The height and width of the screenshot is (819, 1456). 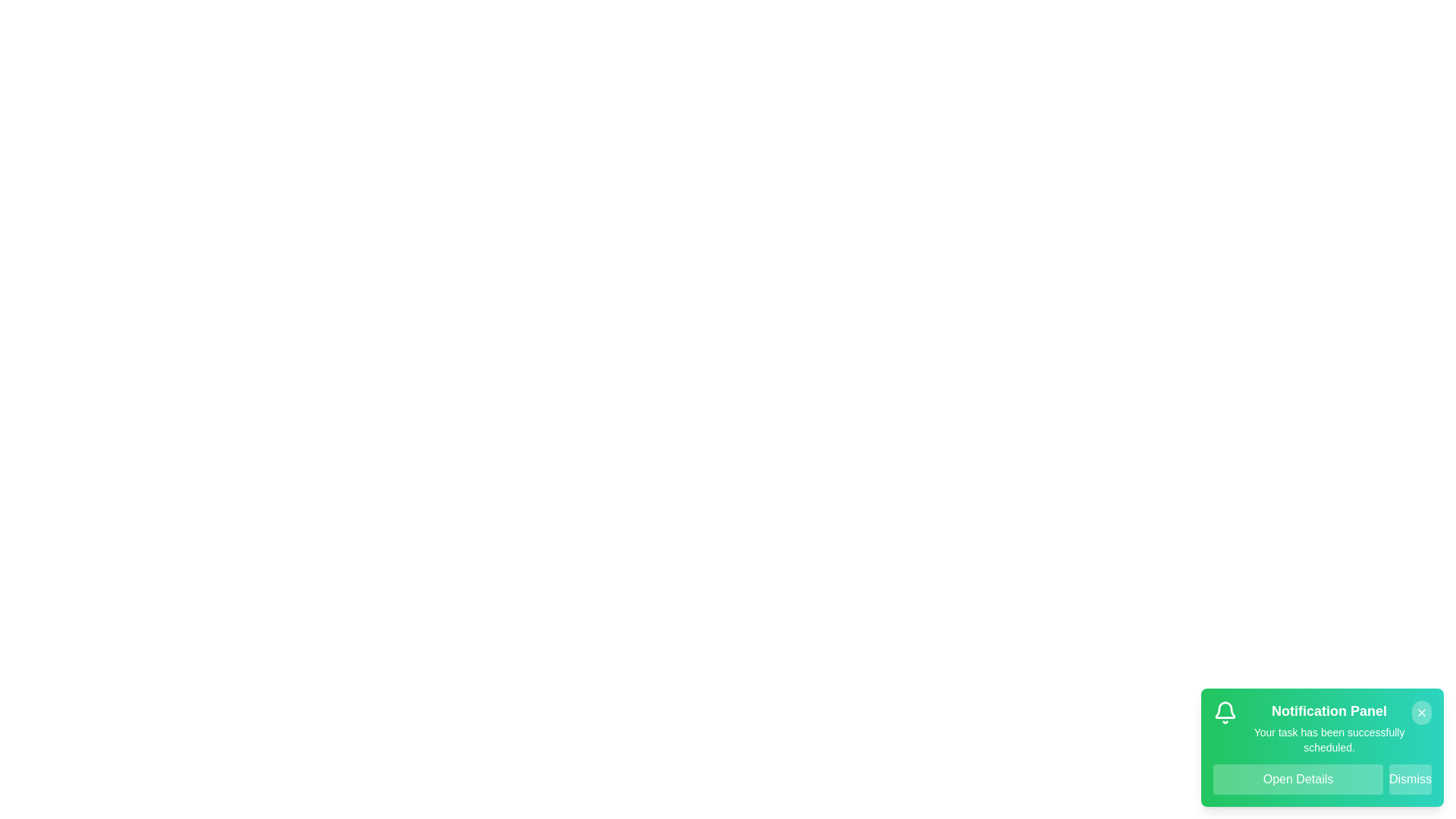 I want to click on the close button to dismiss the notification, so click(x=1421, y=713).